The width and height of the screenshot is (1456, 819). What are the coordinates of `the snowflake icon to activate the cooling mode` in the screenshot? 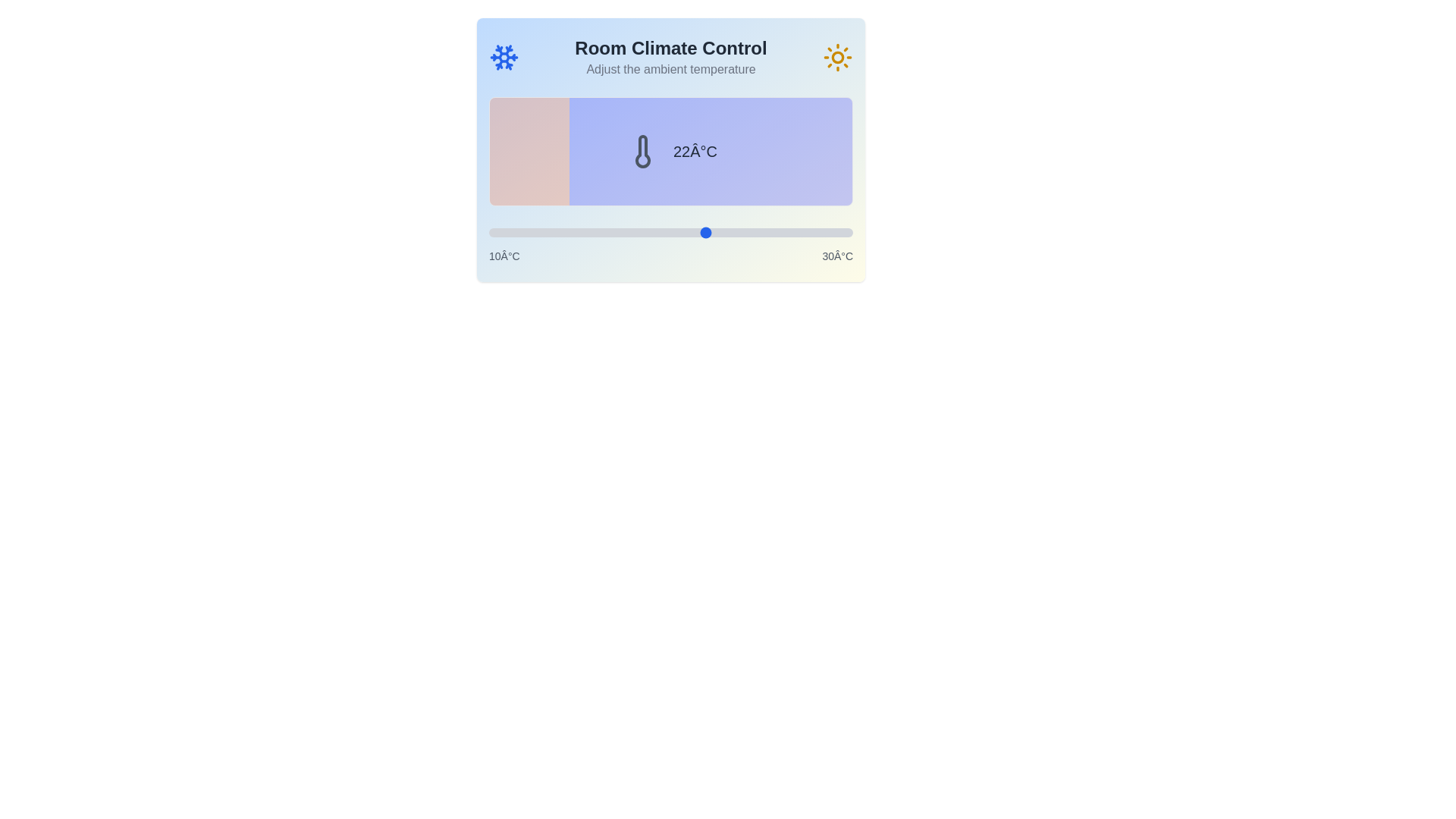 It's located at (504, 57).